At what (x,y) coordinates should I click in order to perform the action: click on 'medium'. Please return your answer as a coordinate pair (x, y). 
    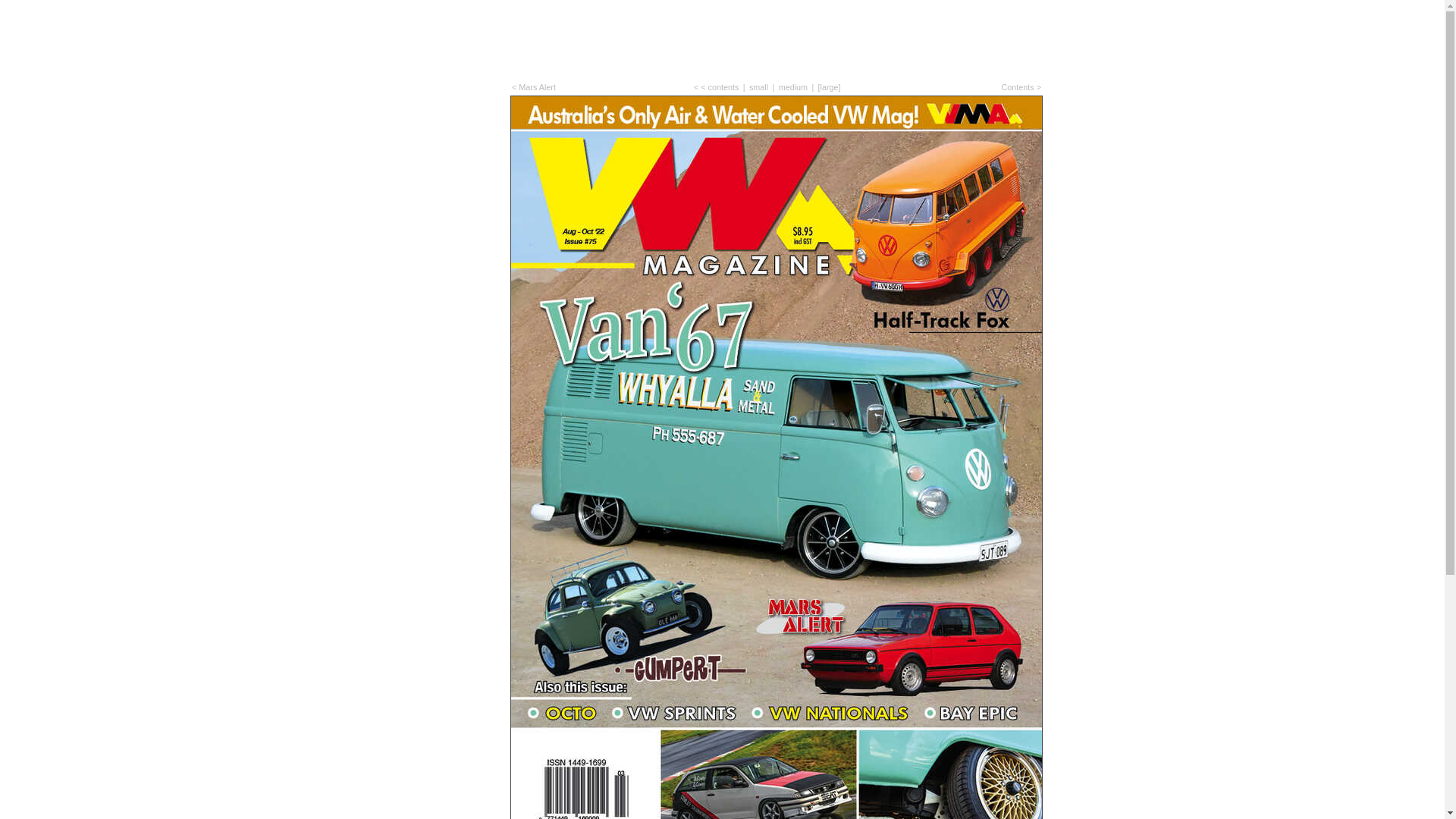
    Looking at the image, I should click on (792, 87).